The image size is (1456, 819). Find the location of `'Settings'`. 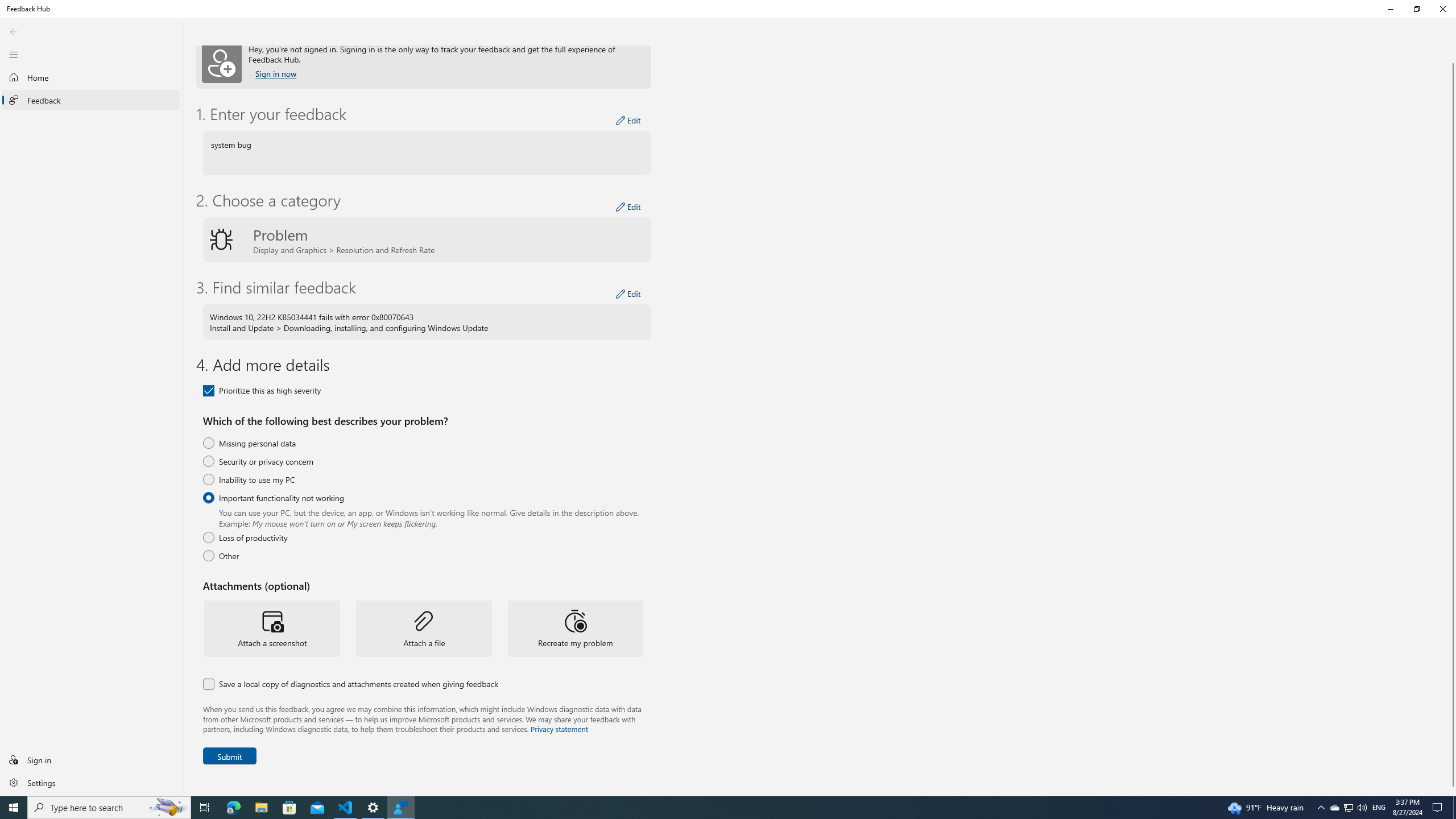

'Settings' is located at coordinates (90, 781).